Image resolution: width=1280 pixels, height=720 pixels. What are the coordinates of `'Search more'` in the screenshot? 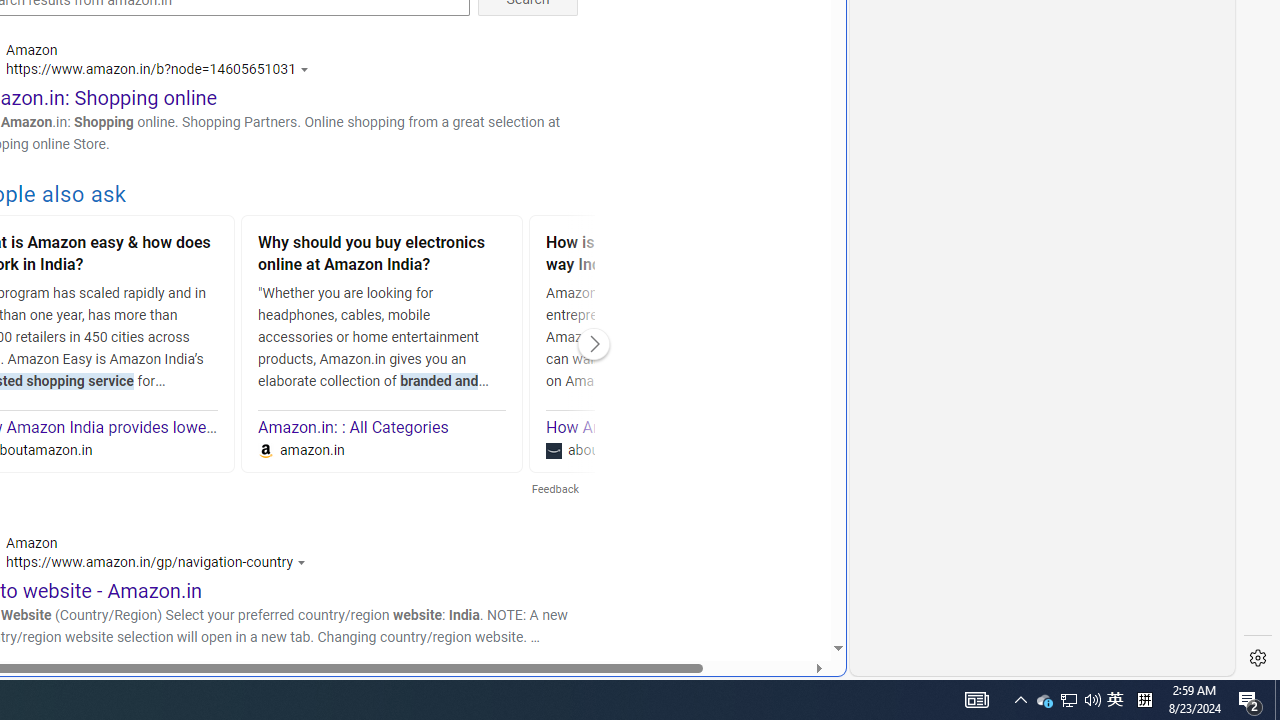 It's located at (791, 587).